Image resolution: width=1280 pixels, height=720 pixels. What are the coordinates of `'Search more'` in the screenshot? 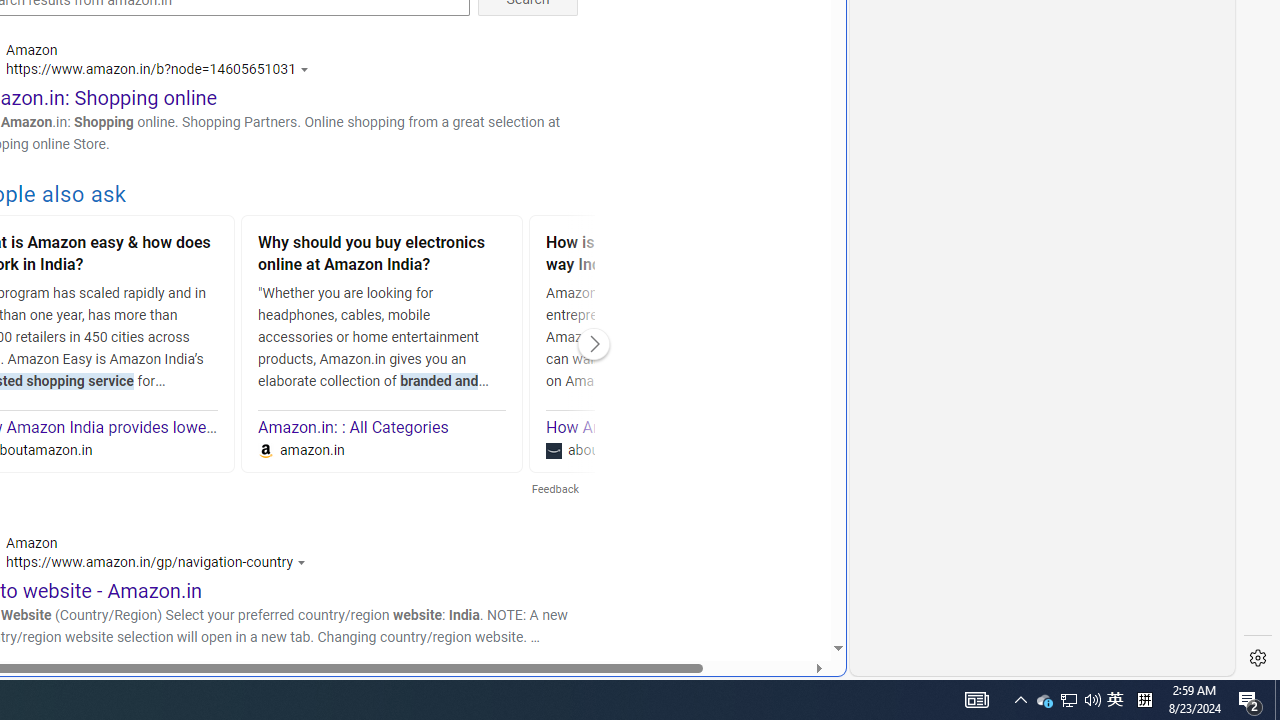 It's located at (791, 587).